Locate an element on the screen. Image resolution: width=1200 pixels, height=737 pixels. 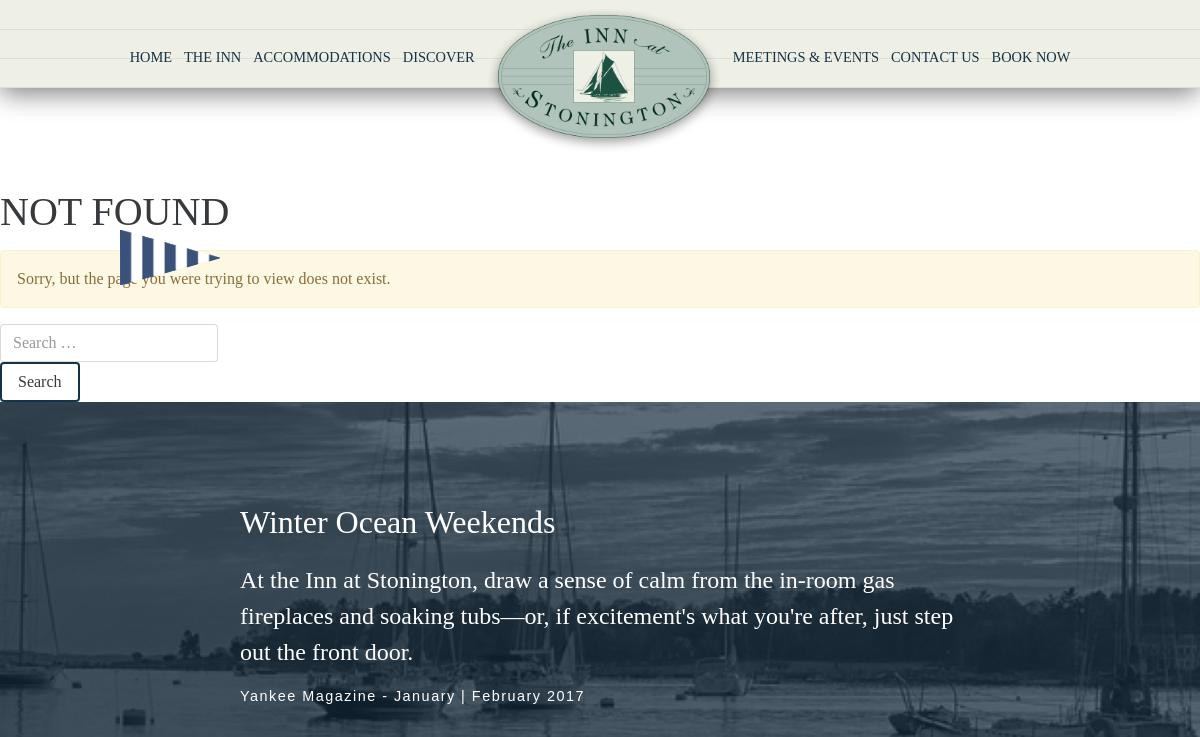
'Home' is located at coordinates (150, 56).